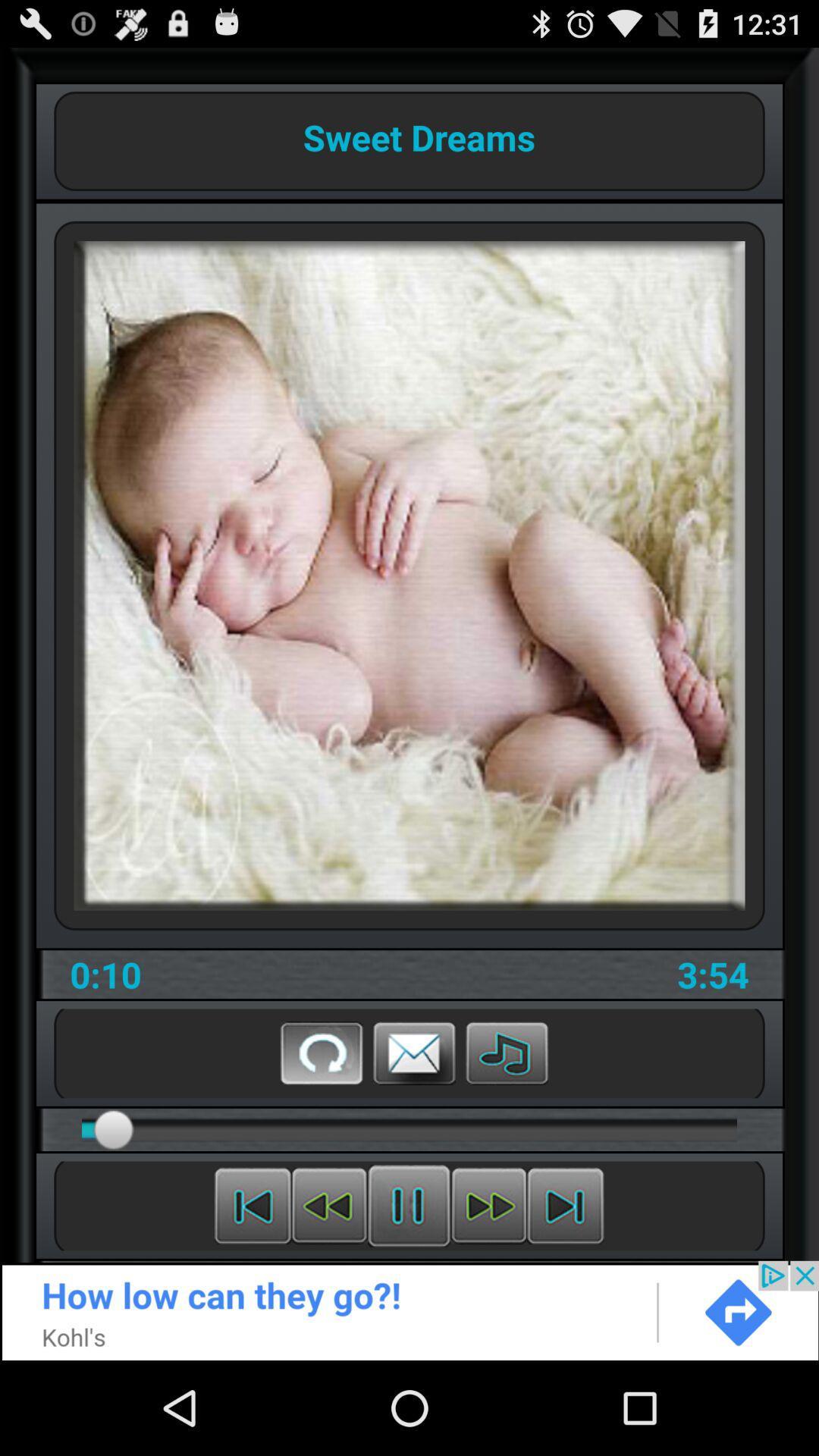 The height and width of the screenshot is (1456, 819). I want to click on open advertisement, so click(409, 1310).